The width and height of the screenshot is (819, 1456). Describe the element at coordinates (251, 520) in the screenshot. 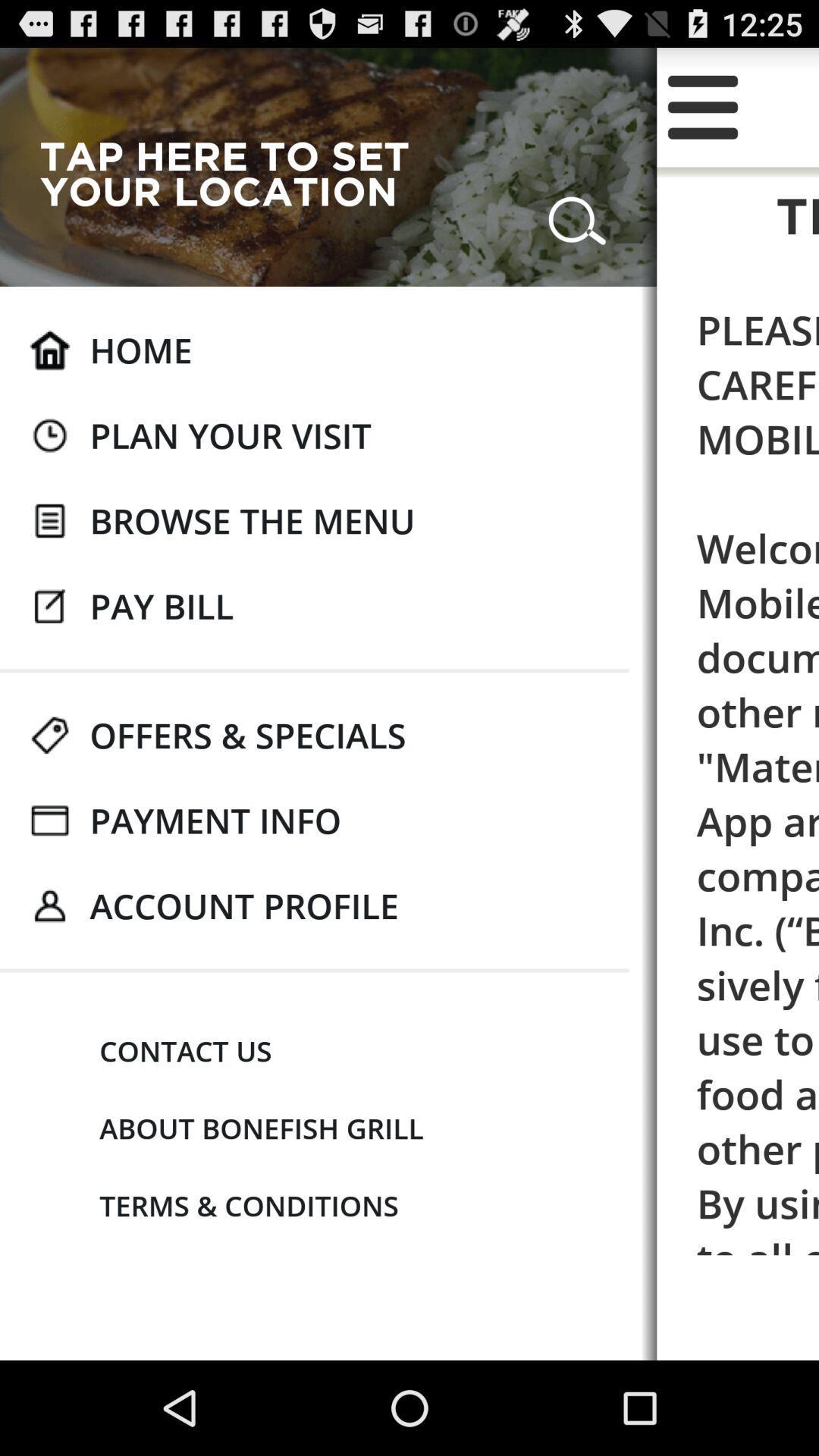

I see `icon next to please read these item` at that location.